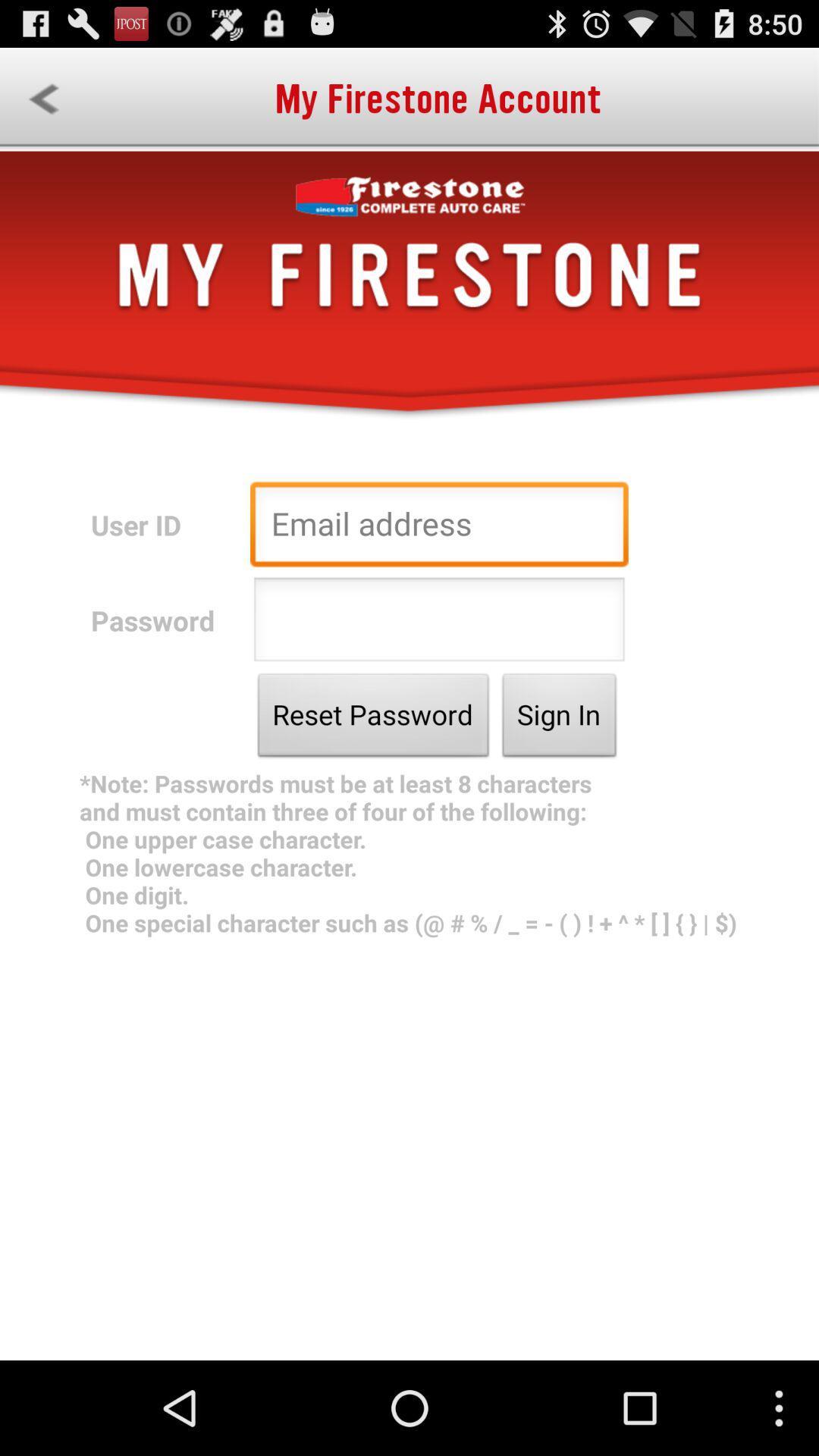 The height and width of the screenshot is (1456, 819). I want to click on item to the left of the sign in, so click(373, 718).